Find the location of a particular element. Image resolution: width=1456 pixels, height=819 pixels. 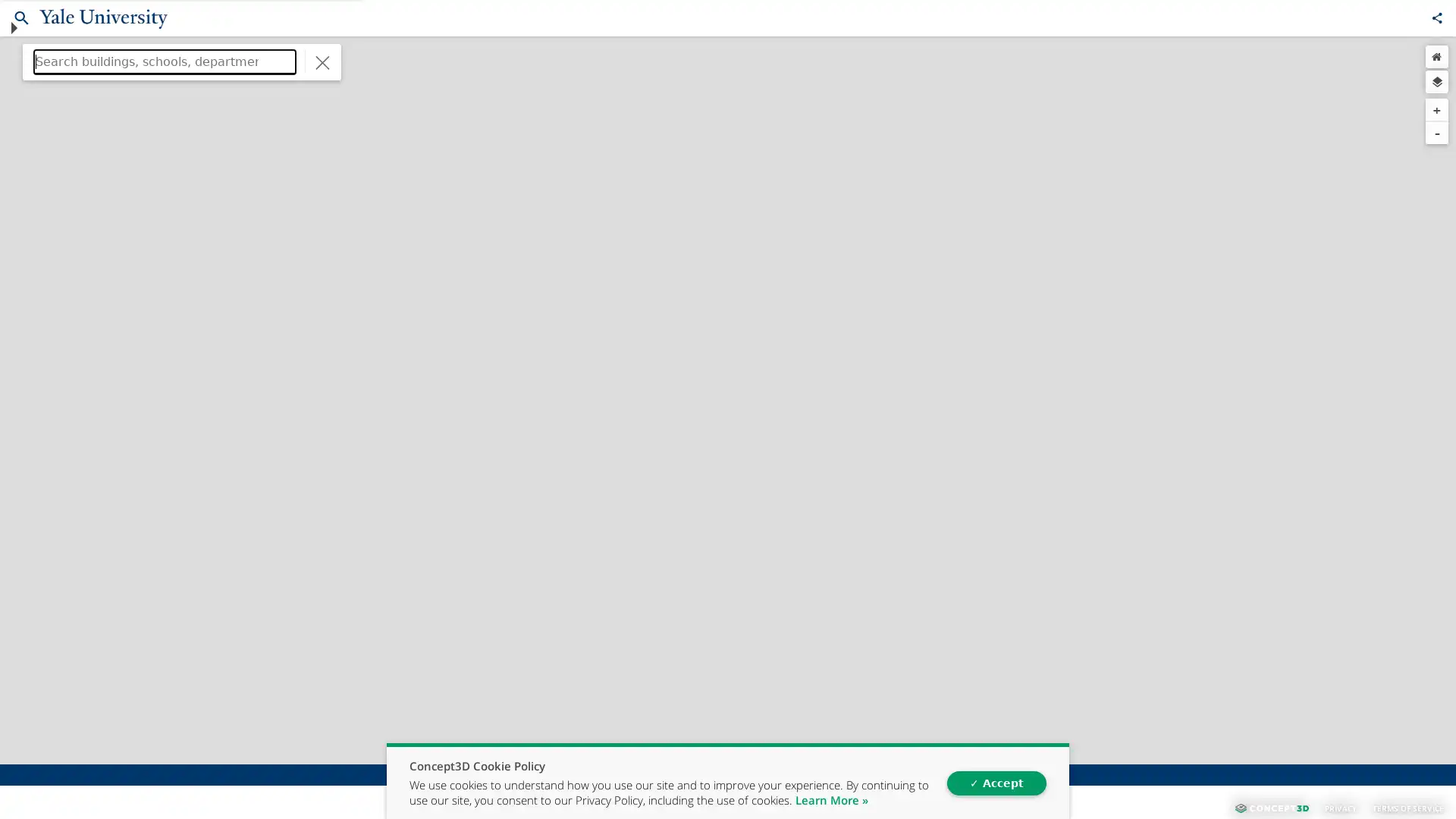

open map layers is located at coordinates (1436, 83).